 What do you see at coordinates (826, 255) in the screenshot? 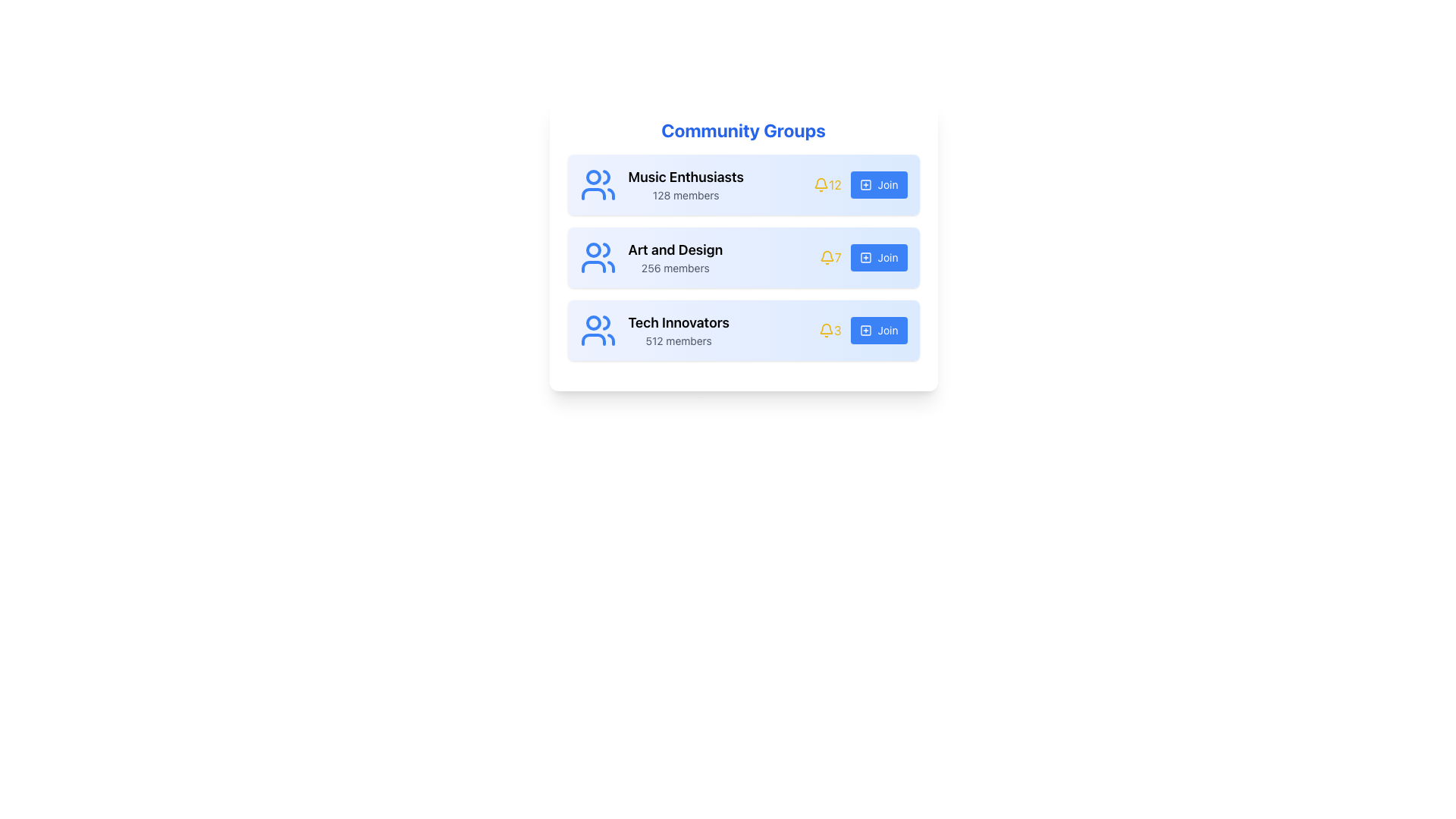
I see `the inner contour of the bell icon, which is styled with a line-drawing appearance and positioned to the right of the 'Art and Design' list item in the center row of the group listing` at bounding box center [826, 255].